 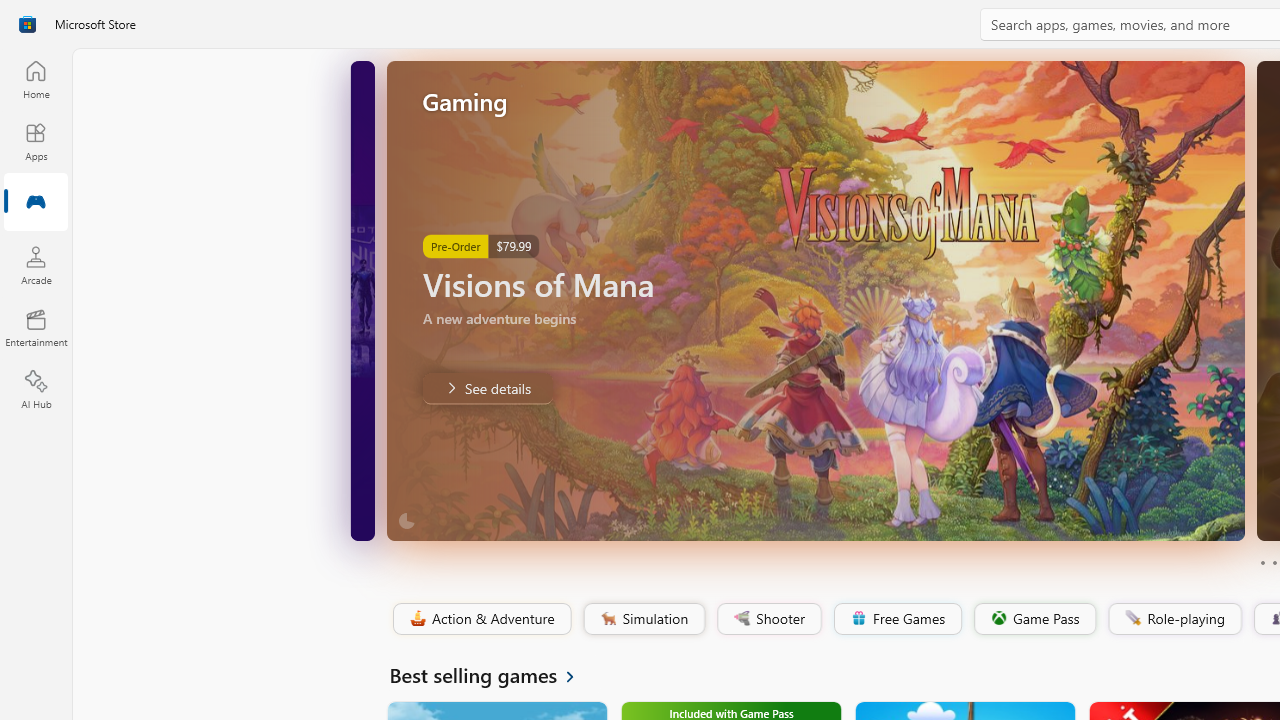 I want to click on 'AutomationID: Image', so click(x=815, y=300).